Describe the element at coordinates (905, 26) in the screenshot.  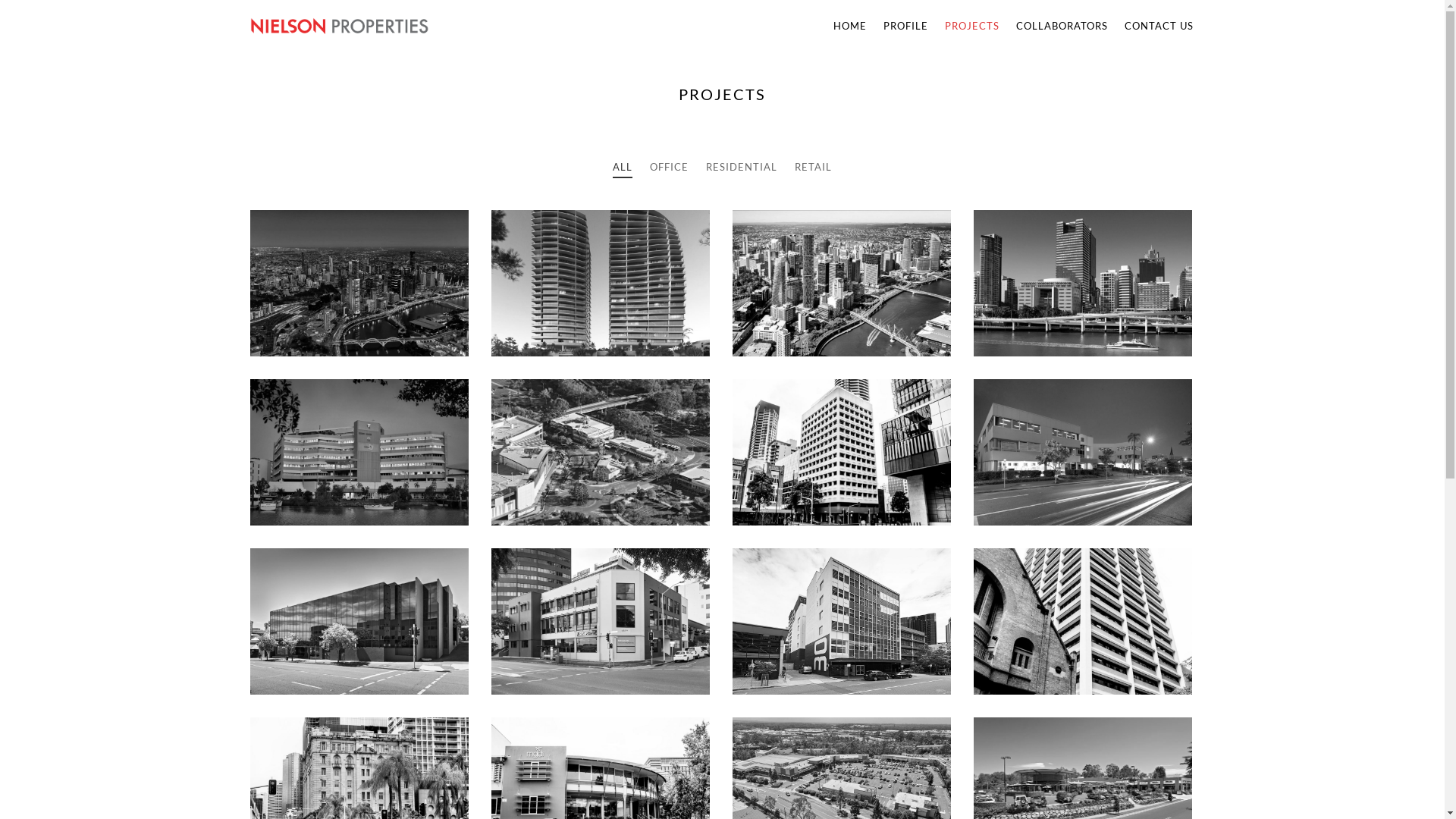
I see `'PROFILE'` at that location.